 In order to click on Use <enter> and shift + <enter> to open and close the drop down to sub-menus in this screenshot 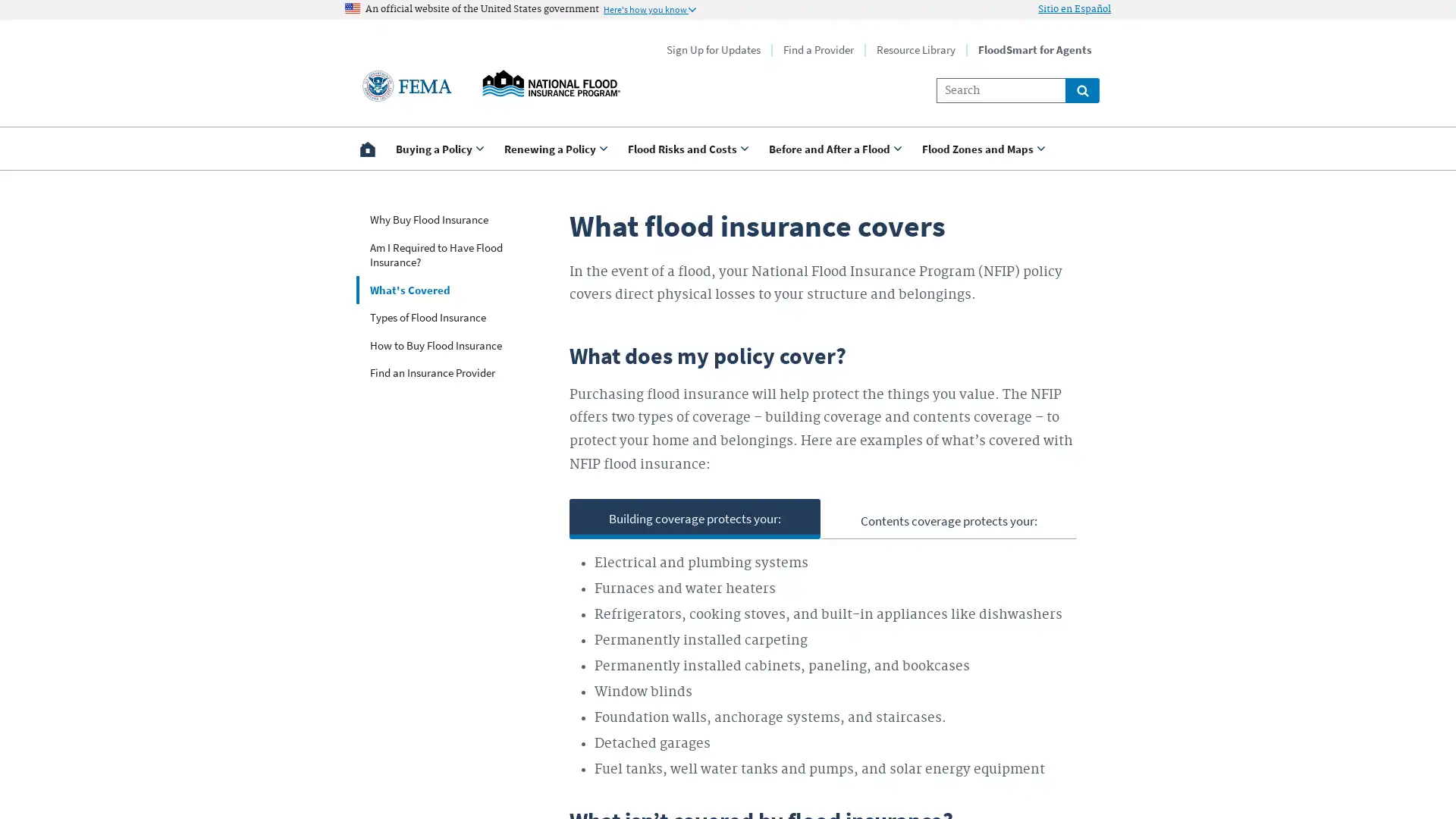, I will do `click(441, 148)`.